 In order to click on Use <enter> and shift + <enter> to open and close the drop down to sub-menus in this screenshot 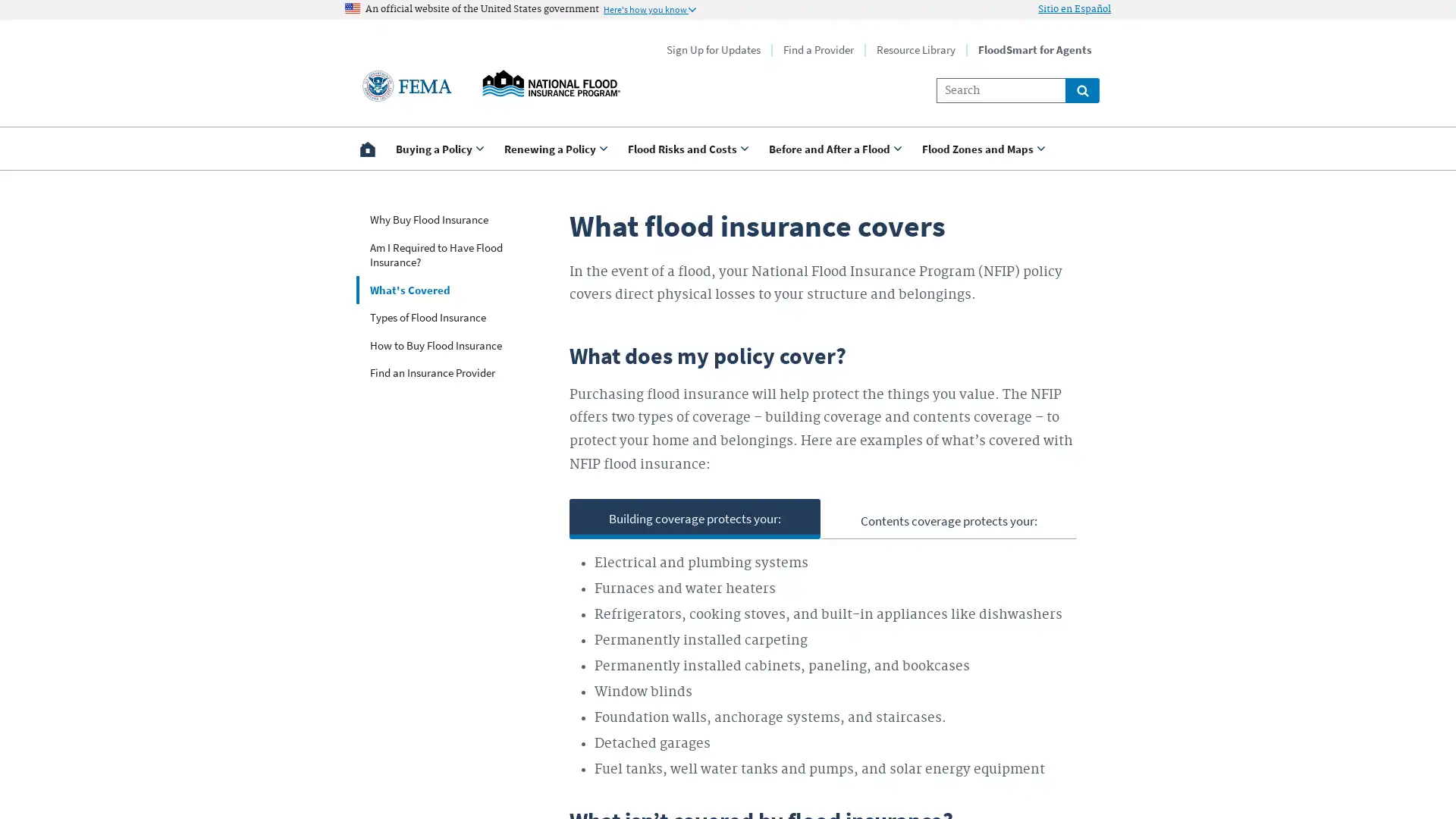, I will do `click(441, 148)`.